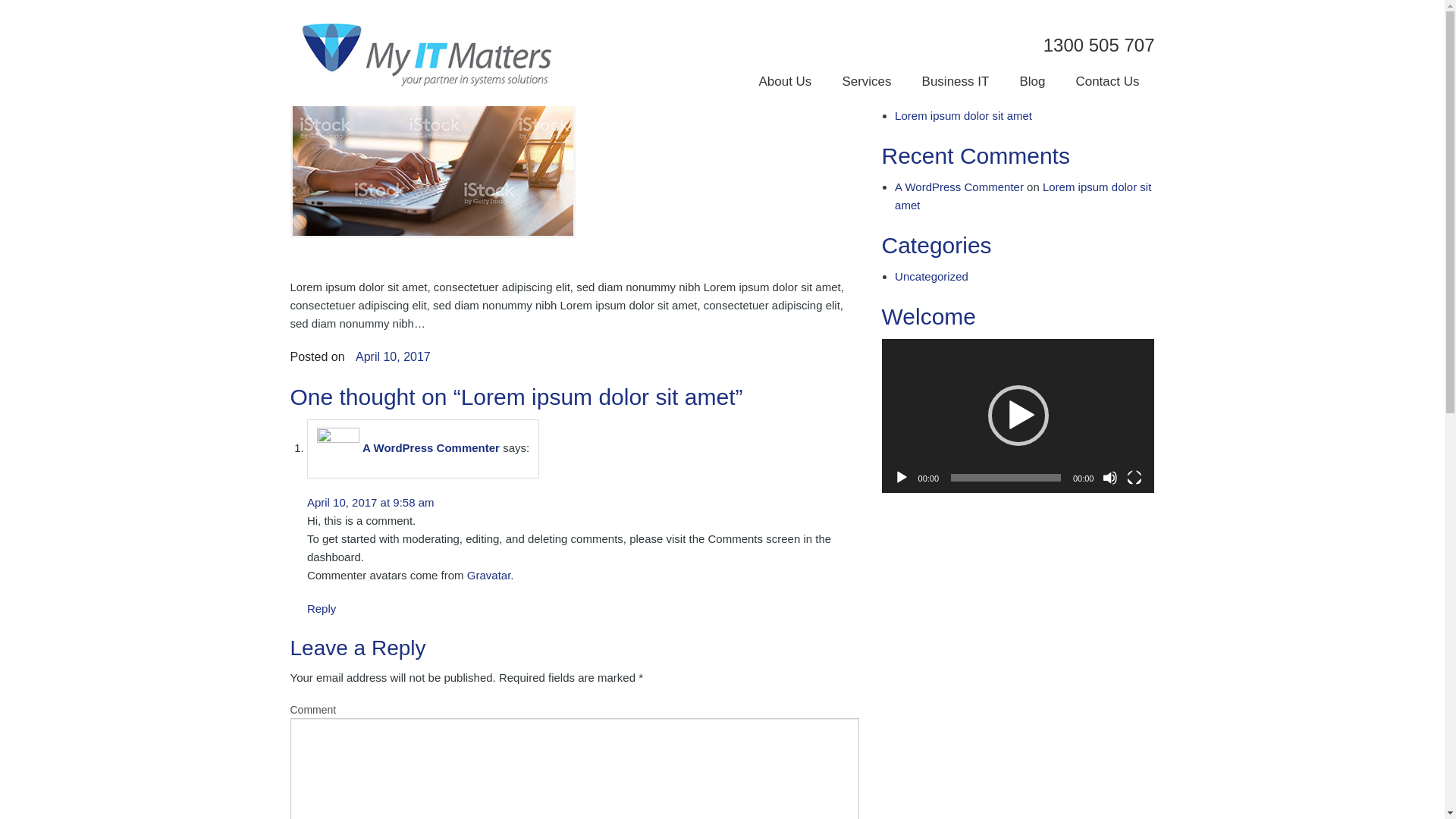  Describe the element at coordinates (1134, 476) in the screenshot. I see `'Fullscreen'` at that location.